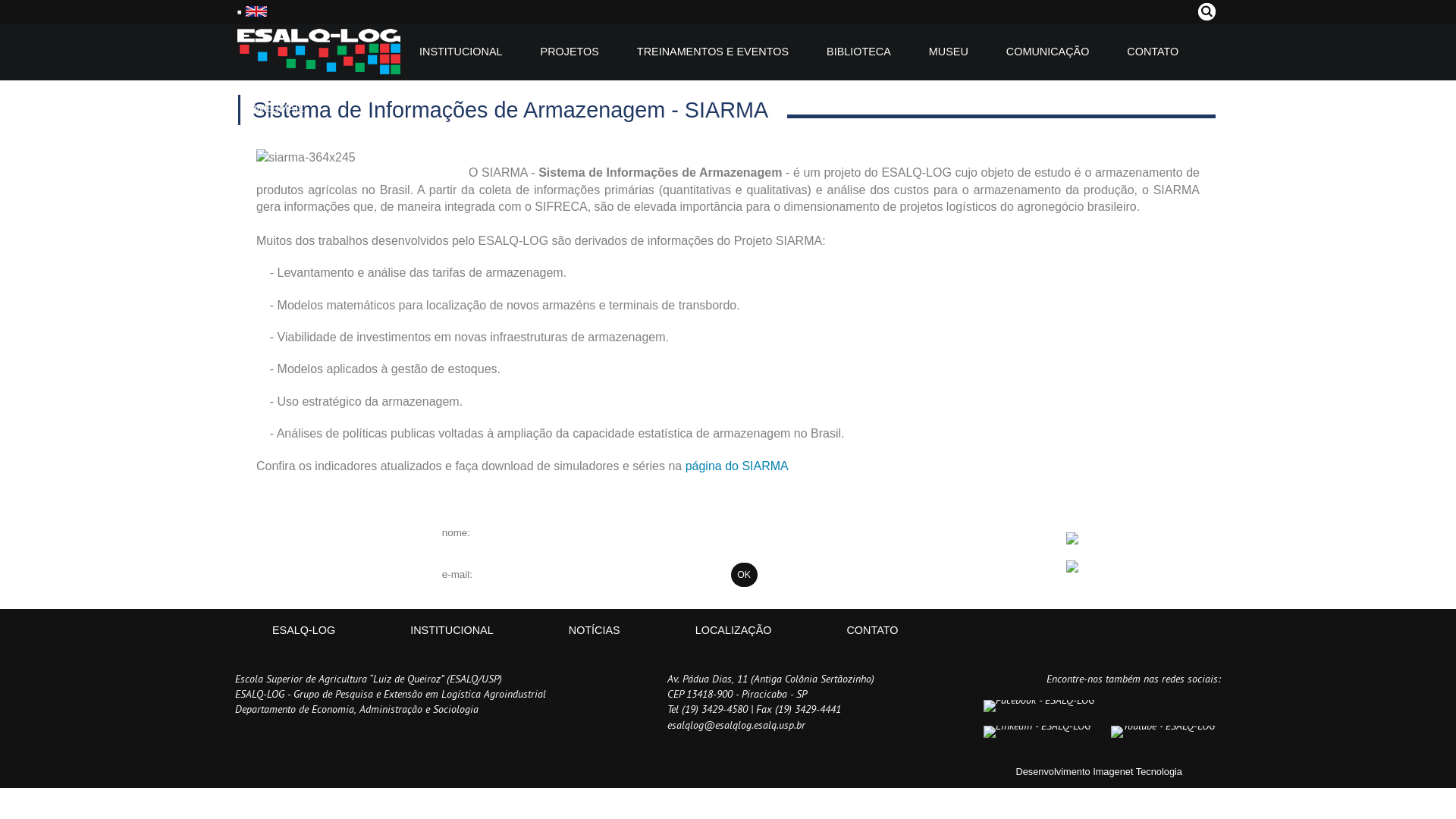  I want to click on 'Youtube - ESALQ-LOG', so click(1110, 730).